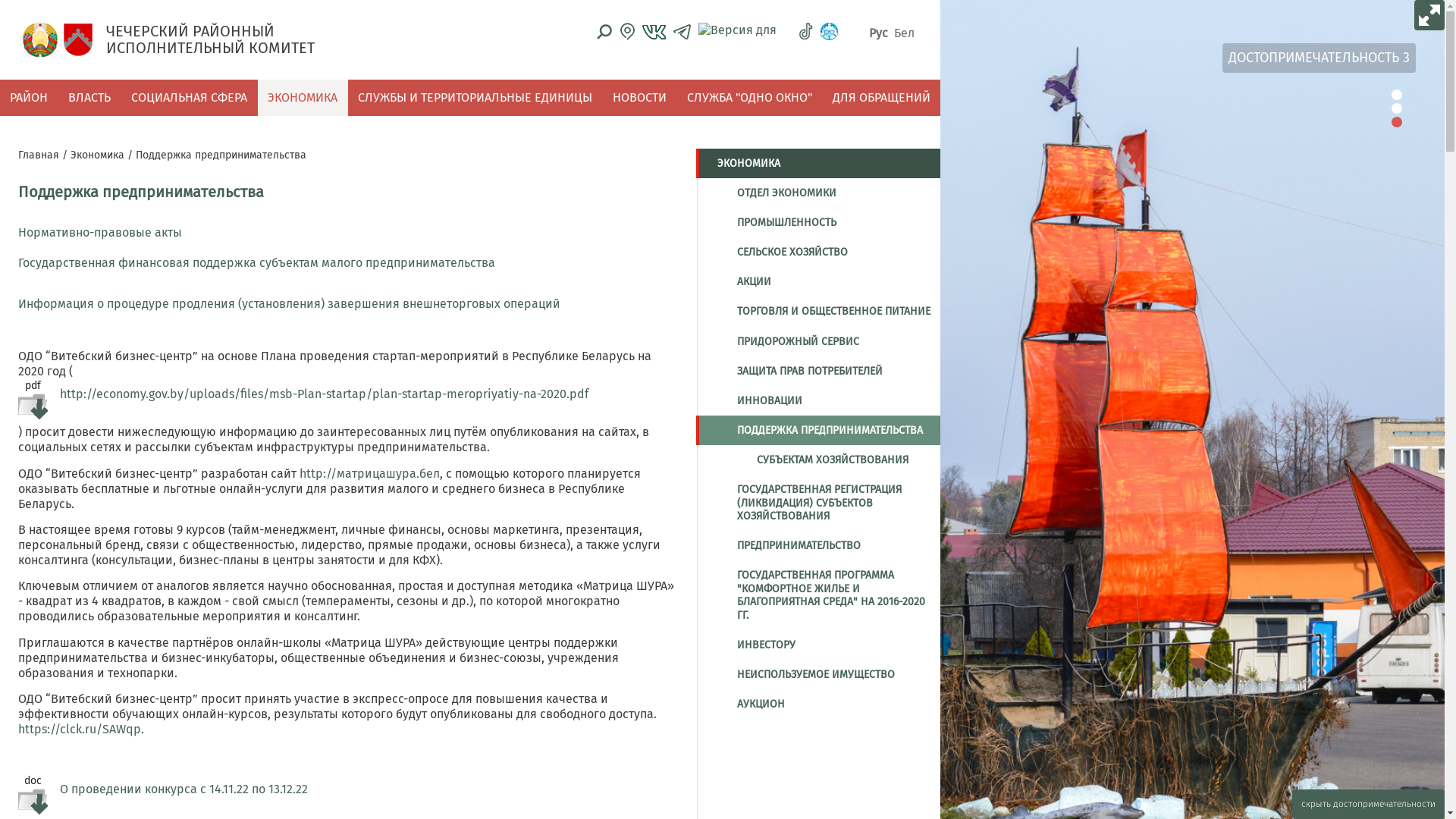  Describe the element at coordinates (1396, 121) in the screenshot. I see `'3'` at that location.